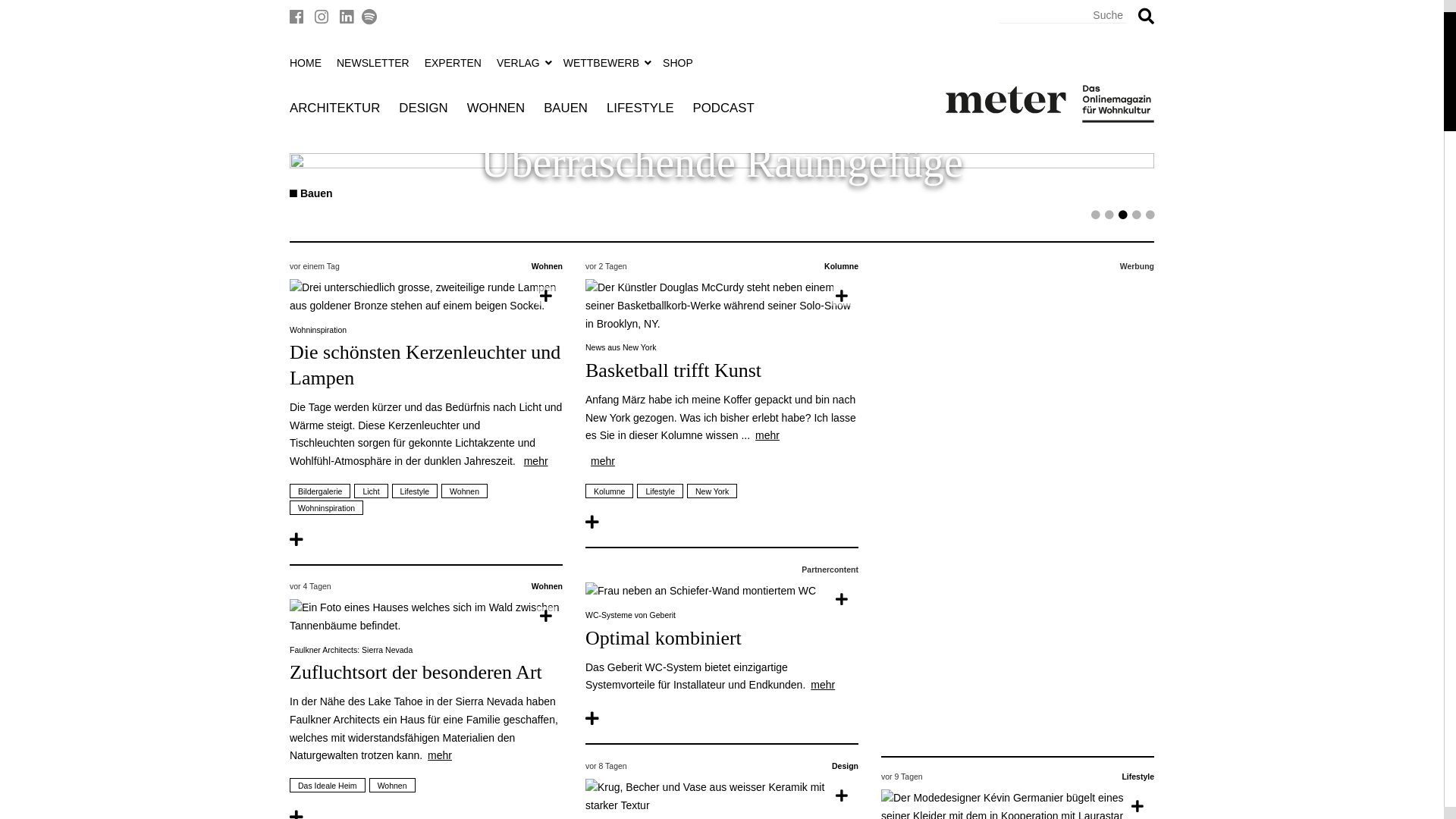 The width and height of the screenshot is (1456, 819). What do you see at coordinates (306, 62) in the screenshot?
I see `'HOME'` at bounding box center [306, 62].